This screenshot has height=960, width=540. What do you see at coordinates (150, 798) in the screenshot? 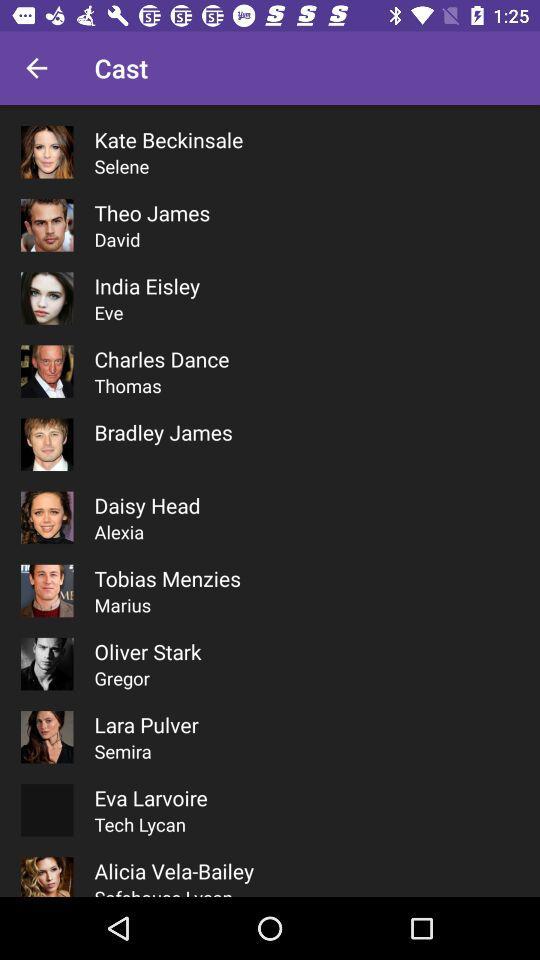
I see `eva larvoire icon` at bounding box center [150, 798].